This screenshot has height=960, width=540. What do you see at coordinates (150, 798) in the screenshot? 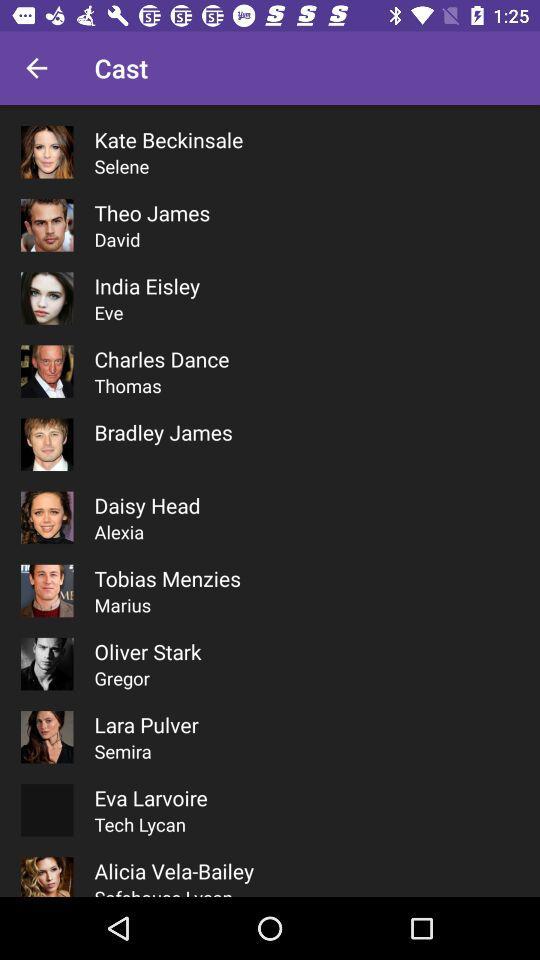
I see `eva larvoire icon` at bounding box center [150, 798].